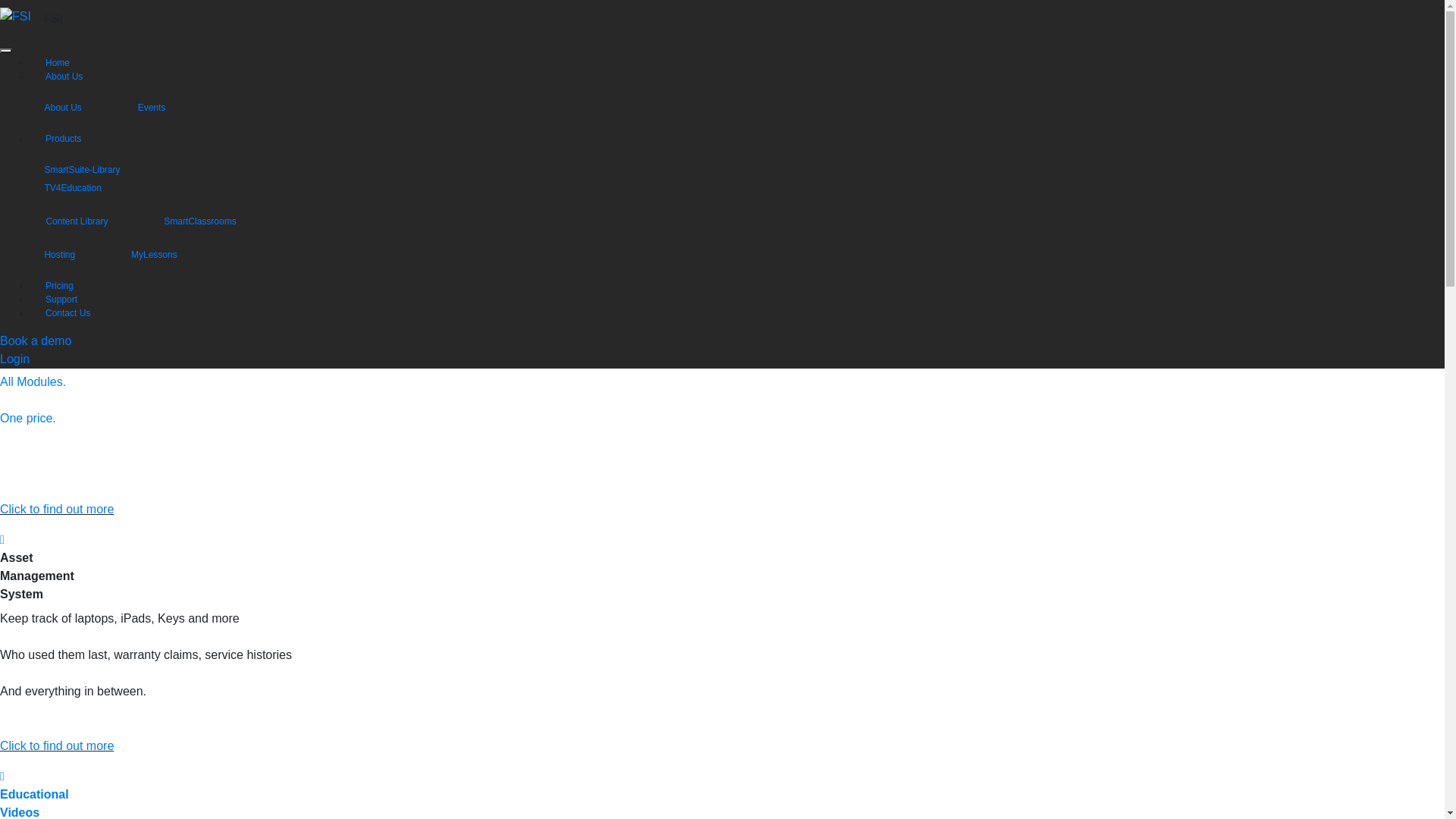 The image size is (1456, 819). I want to click on 'One price.', so click(0, 418).